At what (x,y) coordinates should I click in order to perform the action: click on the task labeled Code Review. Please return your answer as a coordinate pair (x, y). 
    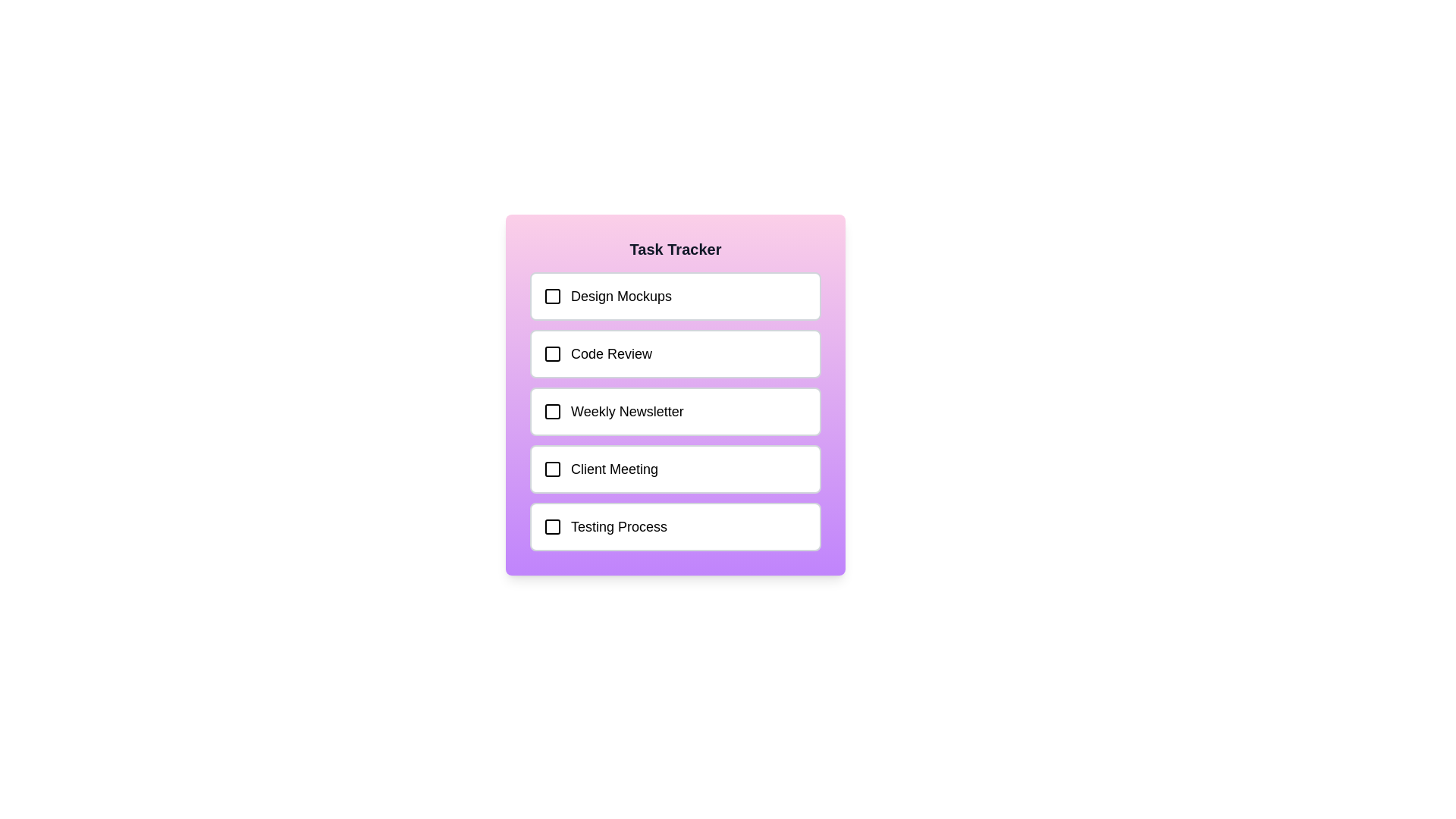
    Looking at the image, I should click on (675, 353).